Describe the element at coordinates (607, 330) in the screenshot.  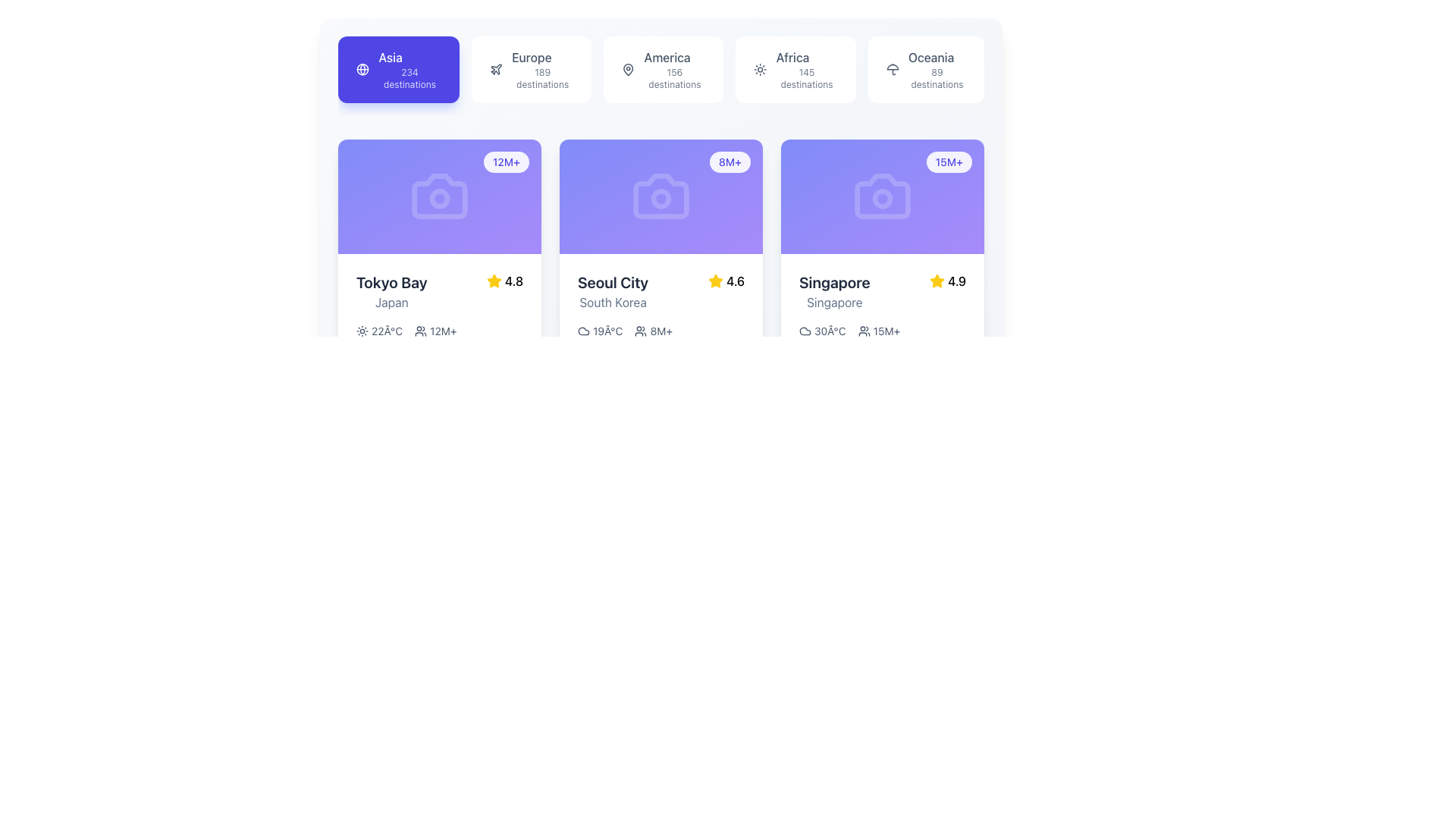
I see `temperature value displayed in the Text Label element showing '19°C', which is located under the 'Seoul City' card in the middle column of the interface` at that location.